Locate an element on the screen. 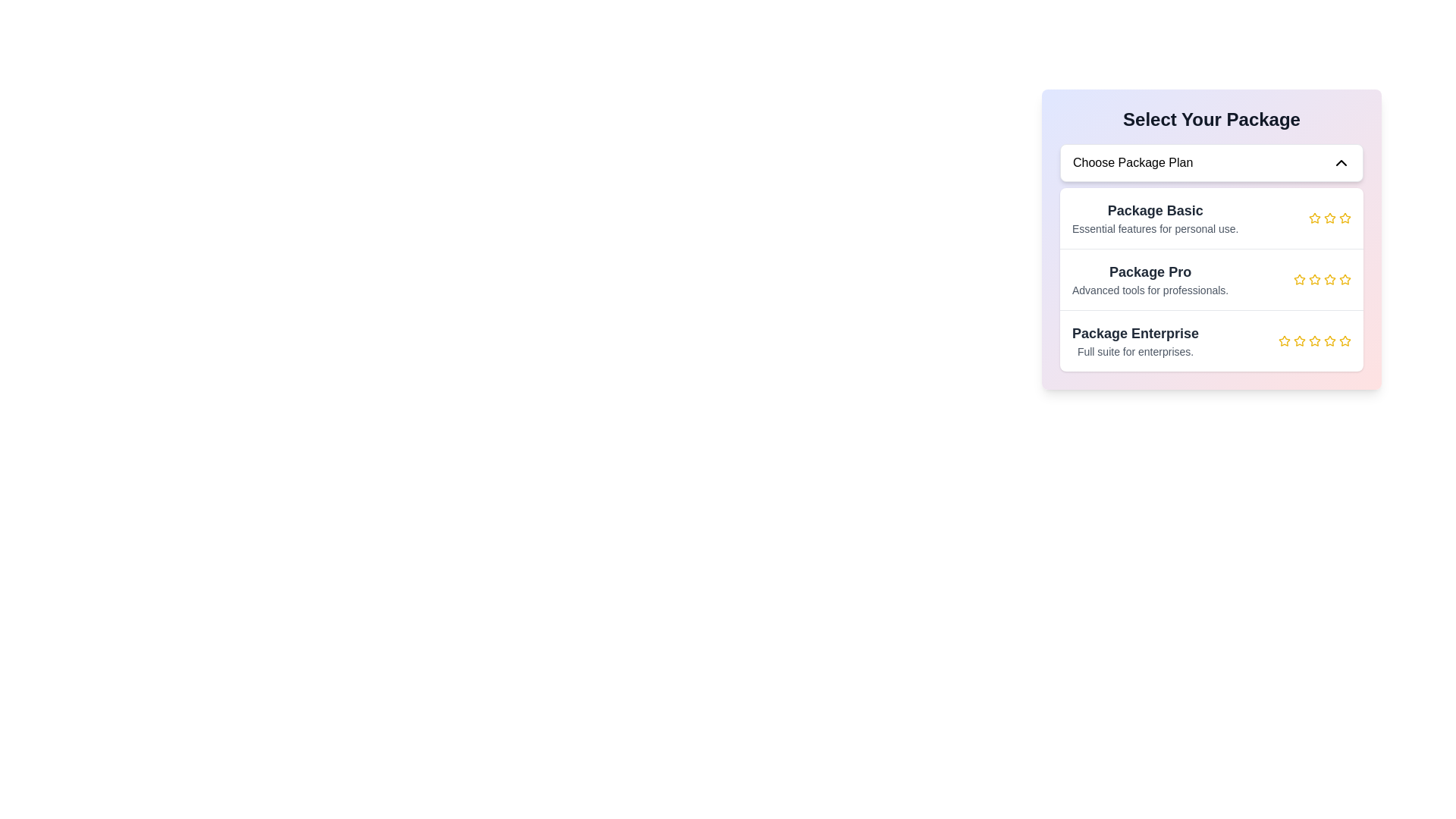 Image resolution: width=1456 pixels, height=819 pixels. the selectable list item for 'Package Enterprise', which includes a bold title and a supporting subtitle is located at coordinates (1211, 340).